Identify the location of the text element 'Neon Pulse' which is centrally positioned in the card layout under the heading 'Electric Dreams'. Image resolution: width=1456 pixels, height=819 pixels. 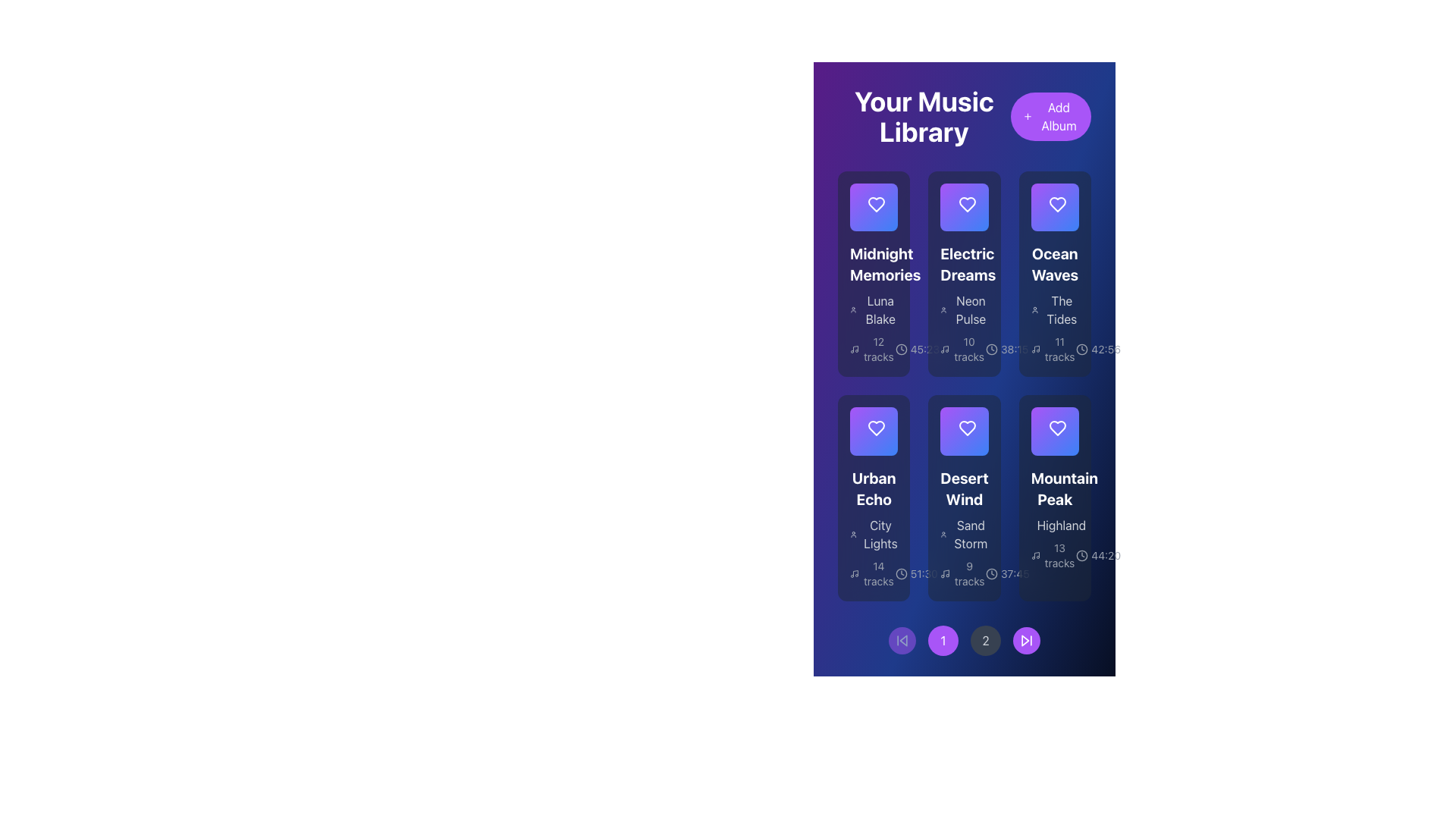
(971, 309).